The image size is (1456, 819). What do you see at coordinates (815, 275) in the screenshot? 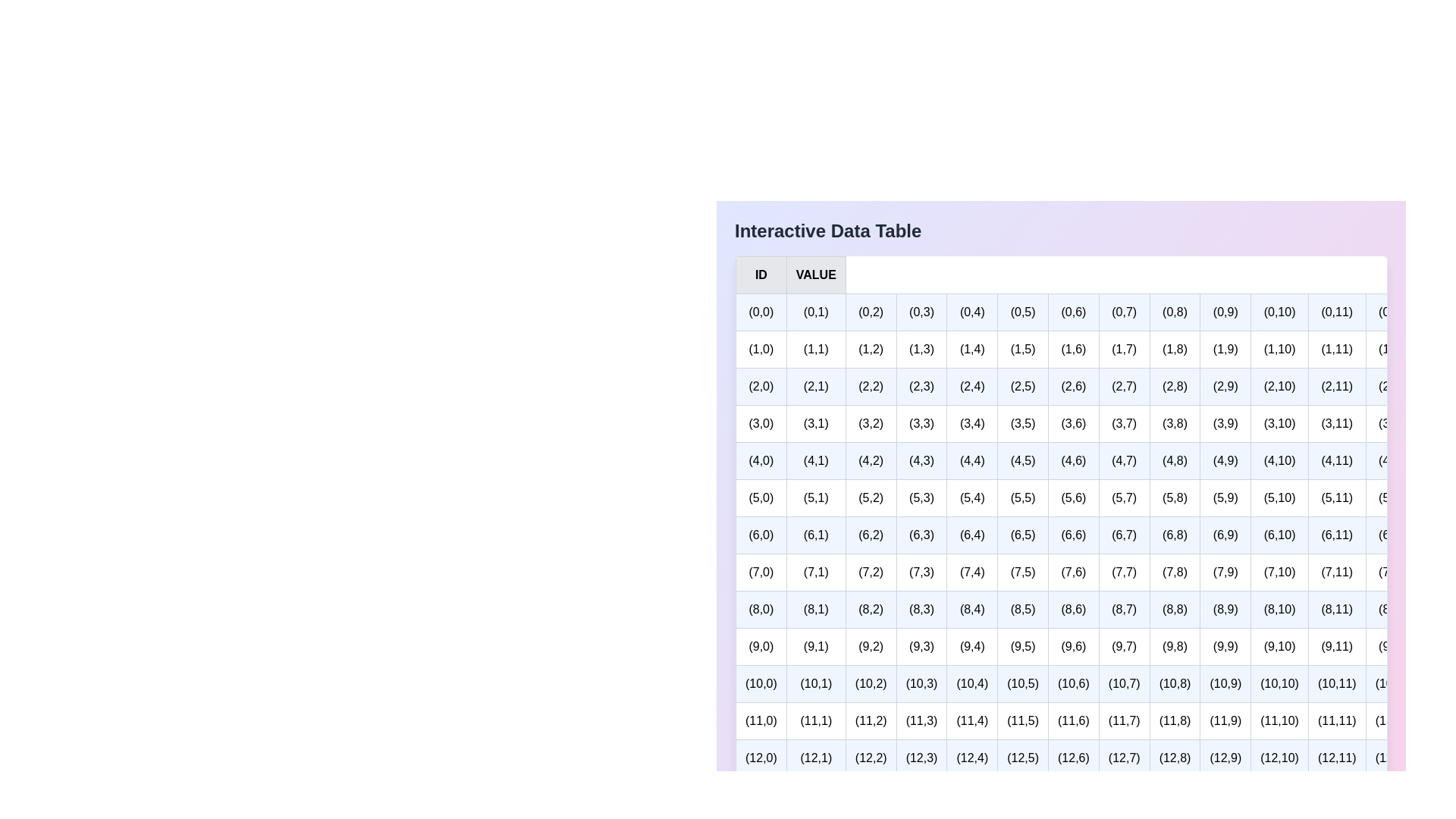
I see `the table header to sort the rows by the column VALUE` at bounding box center [815, 275].